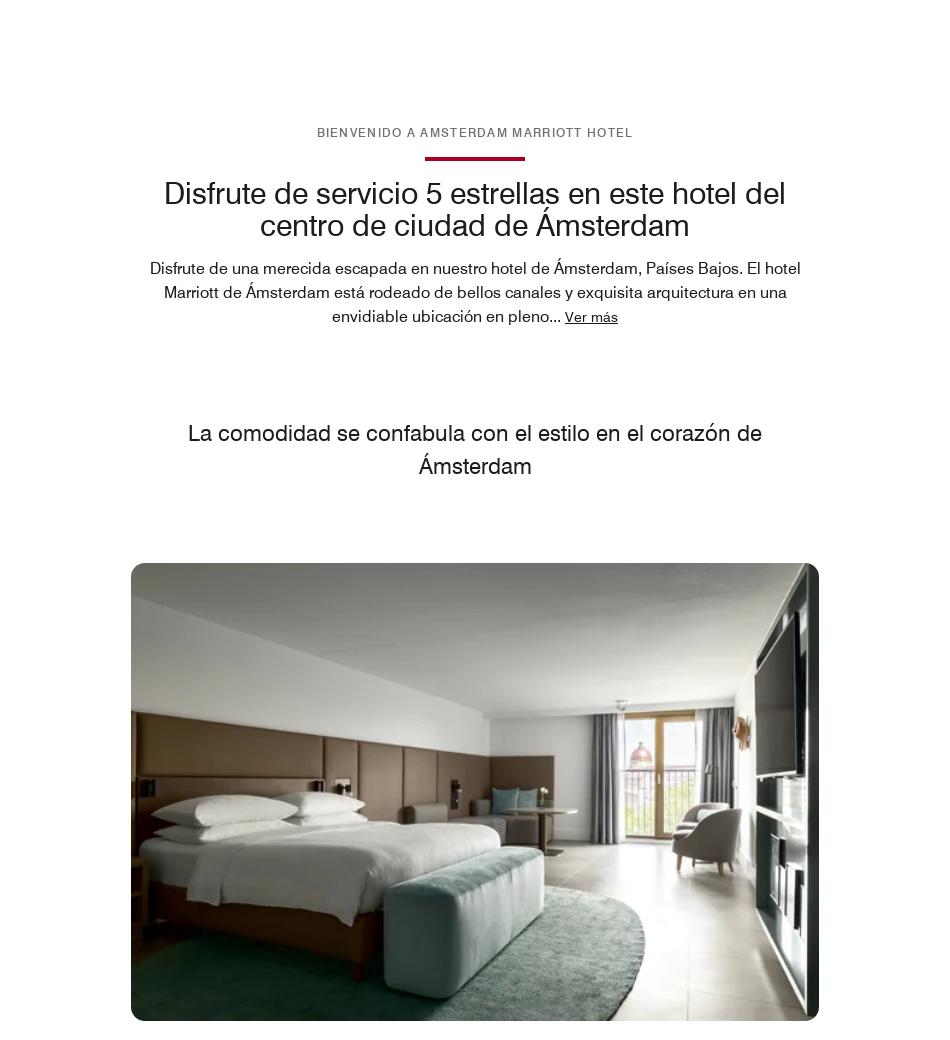 The width and height of the screenshot is (950, 1040). I want to click on 'Stadhouderskade 12,', so click(213, 728).